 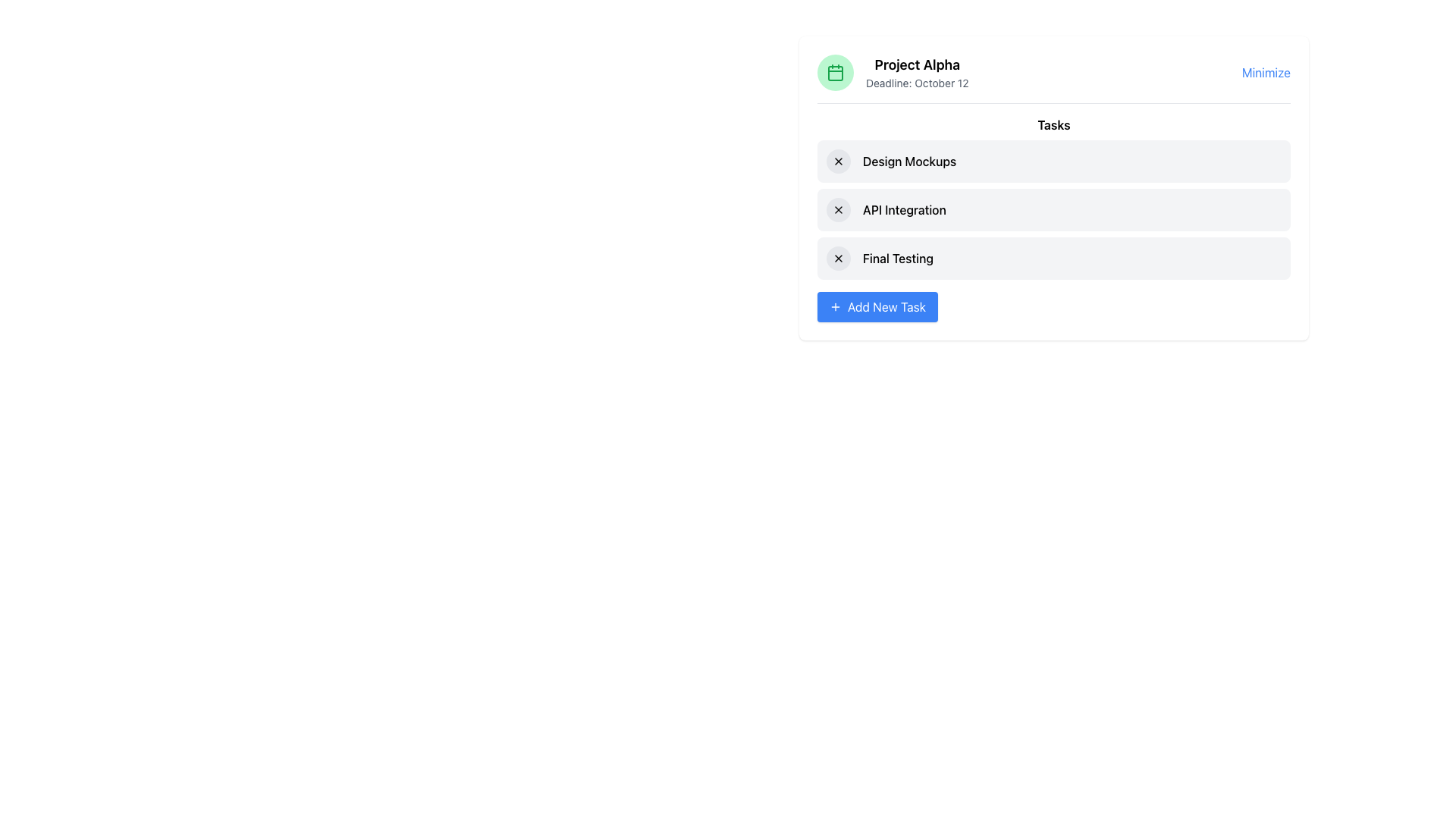 What do you see at coordinates (835, 73) in the screenshot?
I see `the calendar icon, which is visually represented inside a circular green background, located above the text 'Project Alpha' and 'Deadline: October 12'` at bounding box center [835, 73].